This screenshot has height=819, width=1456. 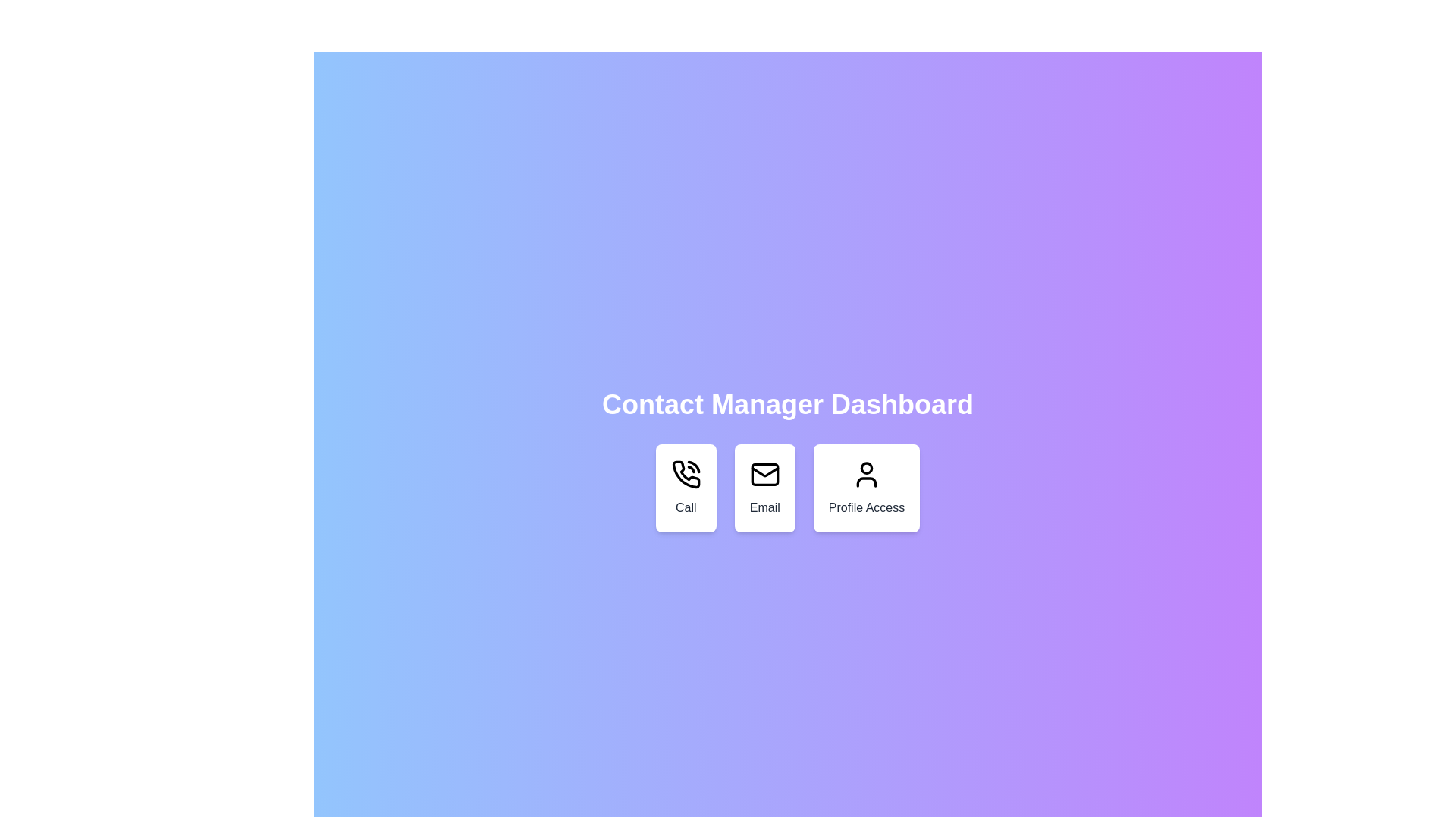 What do you see at coordinates (685, 473) in the screenshot?
I see `the phone call icon located in the 'Call' card, which is the leftmost card in a row of three cards` at bounding box center [685, 473].